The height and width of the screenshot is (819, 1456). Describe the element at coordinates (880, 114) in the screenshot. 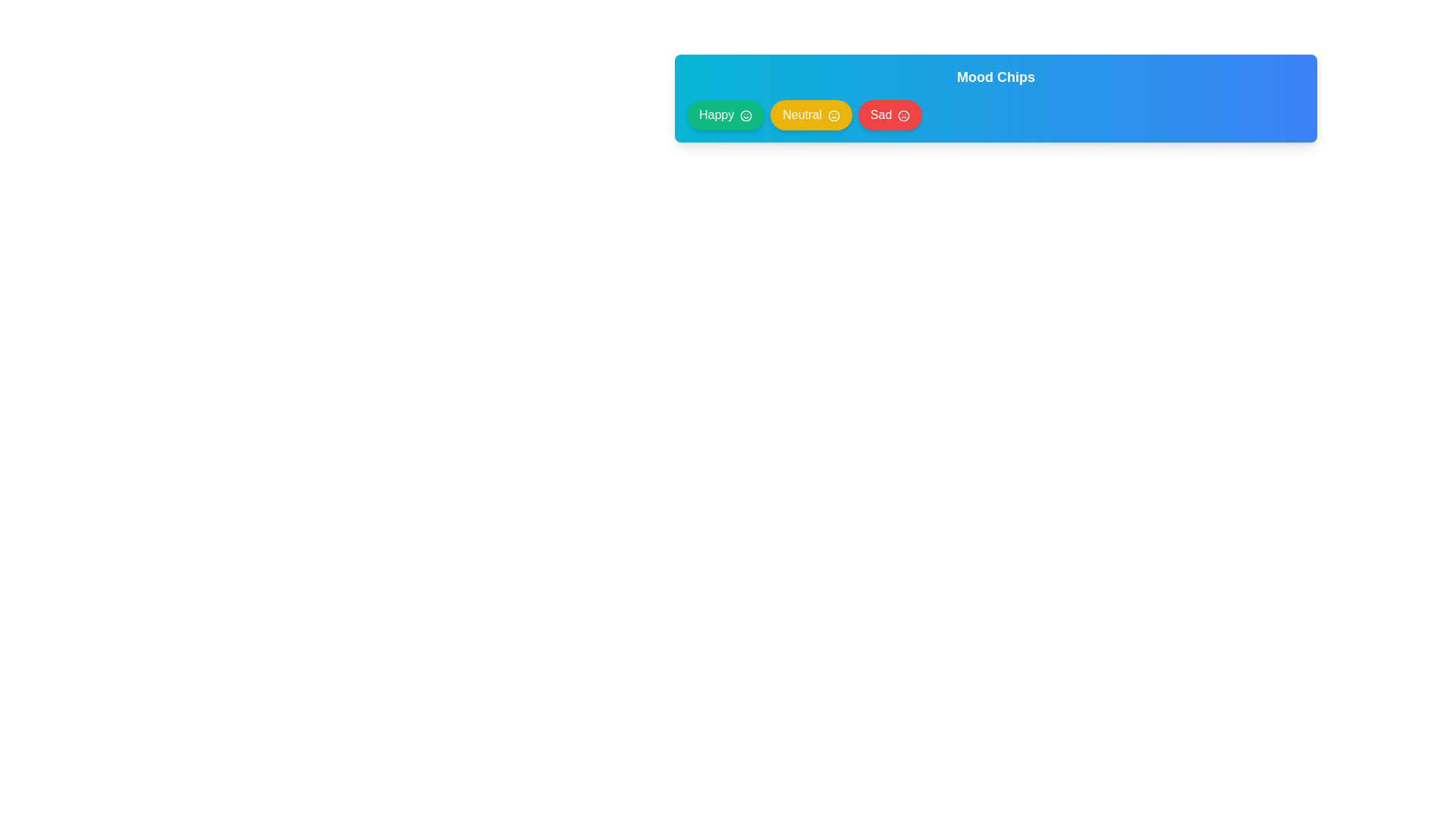

I see `text displayed in the button labeled 'Sad', which is the third button in the 'Mood Chips' group` at that location.